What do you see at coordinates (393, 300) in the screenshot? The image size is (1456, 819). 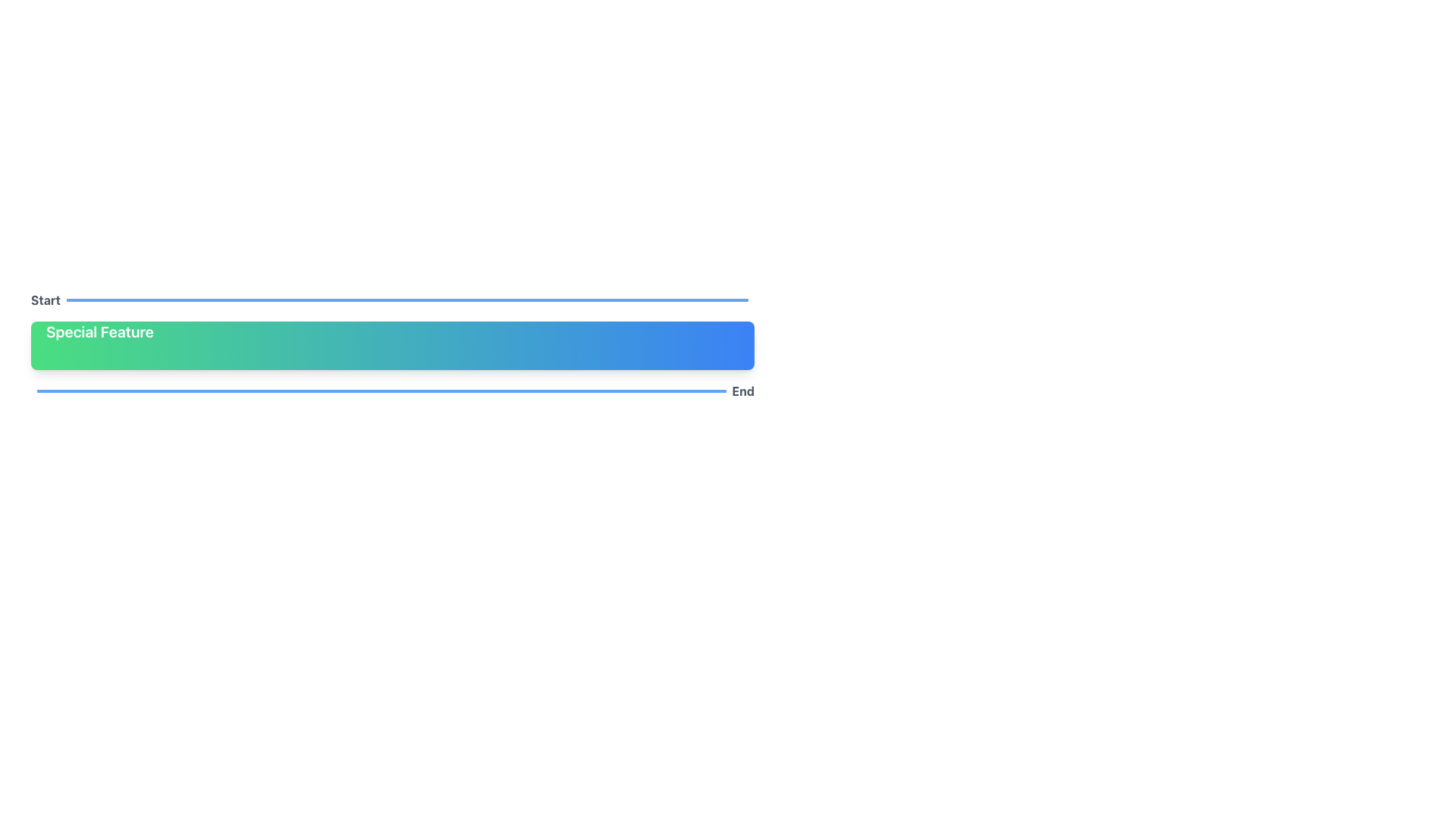 I see `the 'Start' text of the Label with decorative element, which features a bold gray text aligned to the left and a thin blue bar extending to the right` at bounding box center [393, 300].